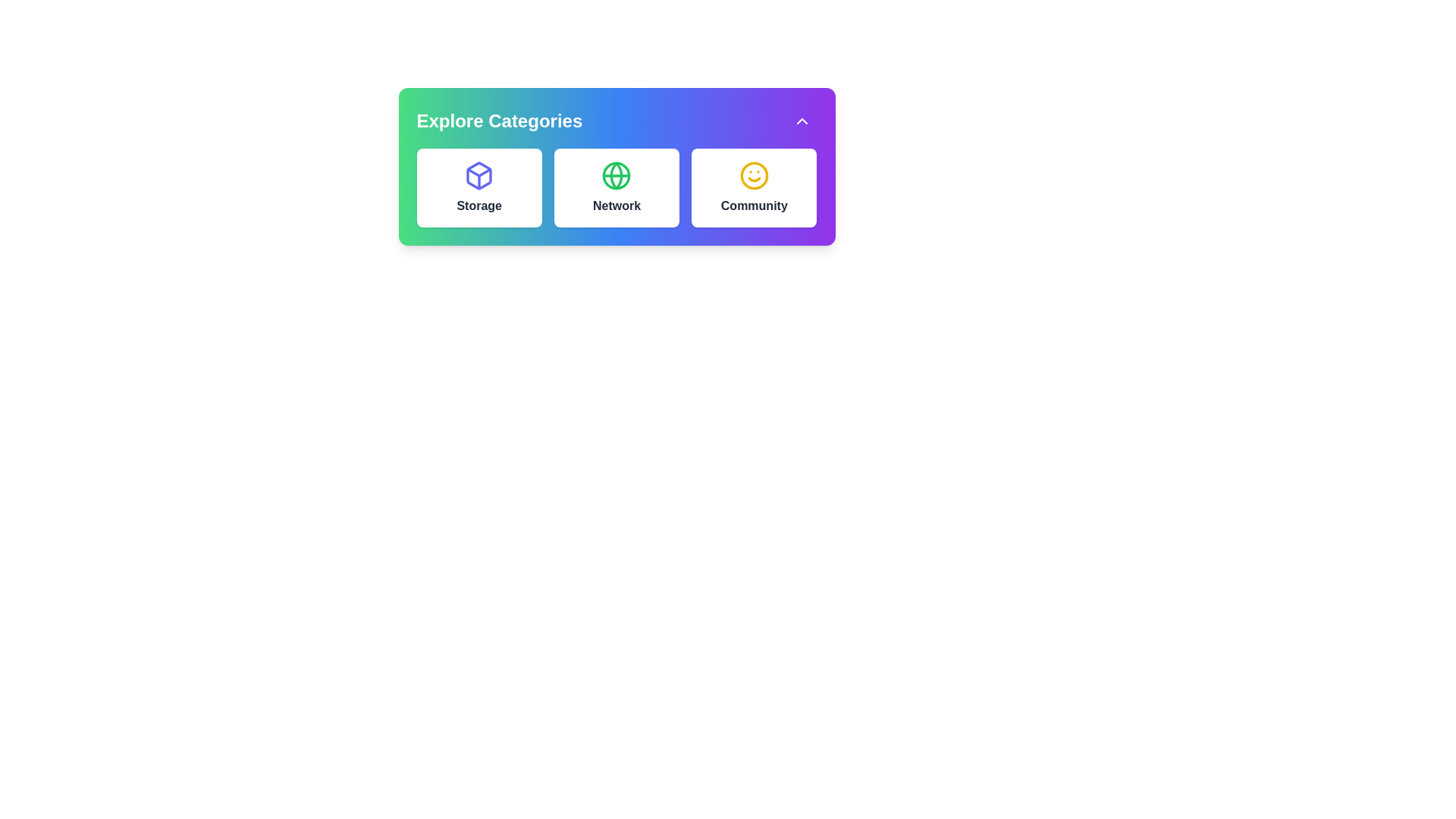 The width and height of the screenshot is (1456, 819). What do you see at coordinates (754, 206) in the screenshot?
I see `text content of the 'Community' label, which is styled in bold gray font and positioned beneath a yellow smiley face icon in the card layout` at bounding box center [754, 206].